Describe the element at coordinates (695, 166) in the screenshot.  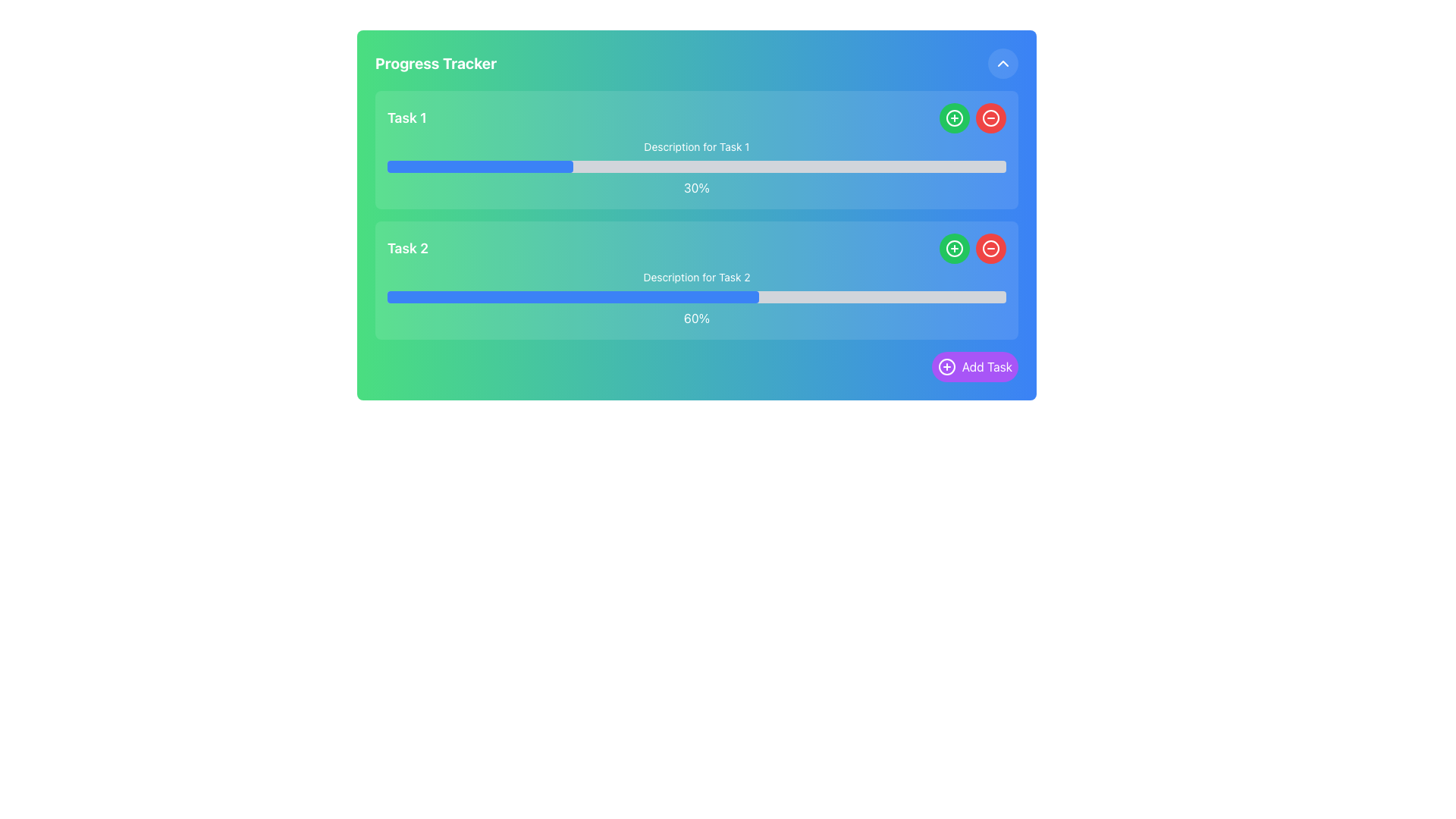
I see `the progress bar within the card labeled 'Task 1', which is visually styled with a light gray background and a blue filled portion indicating 30% completion` at that location.